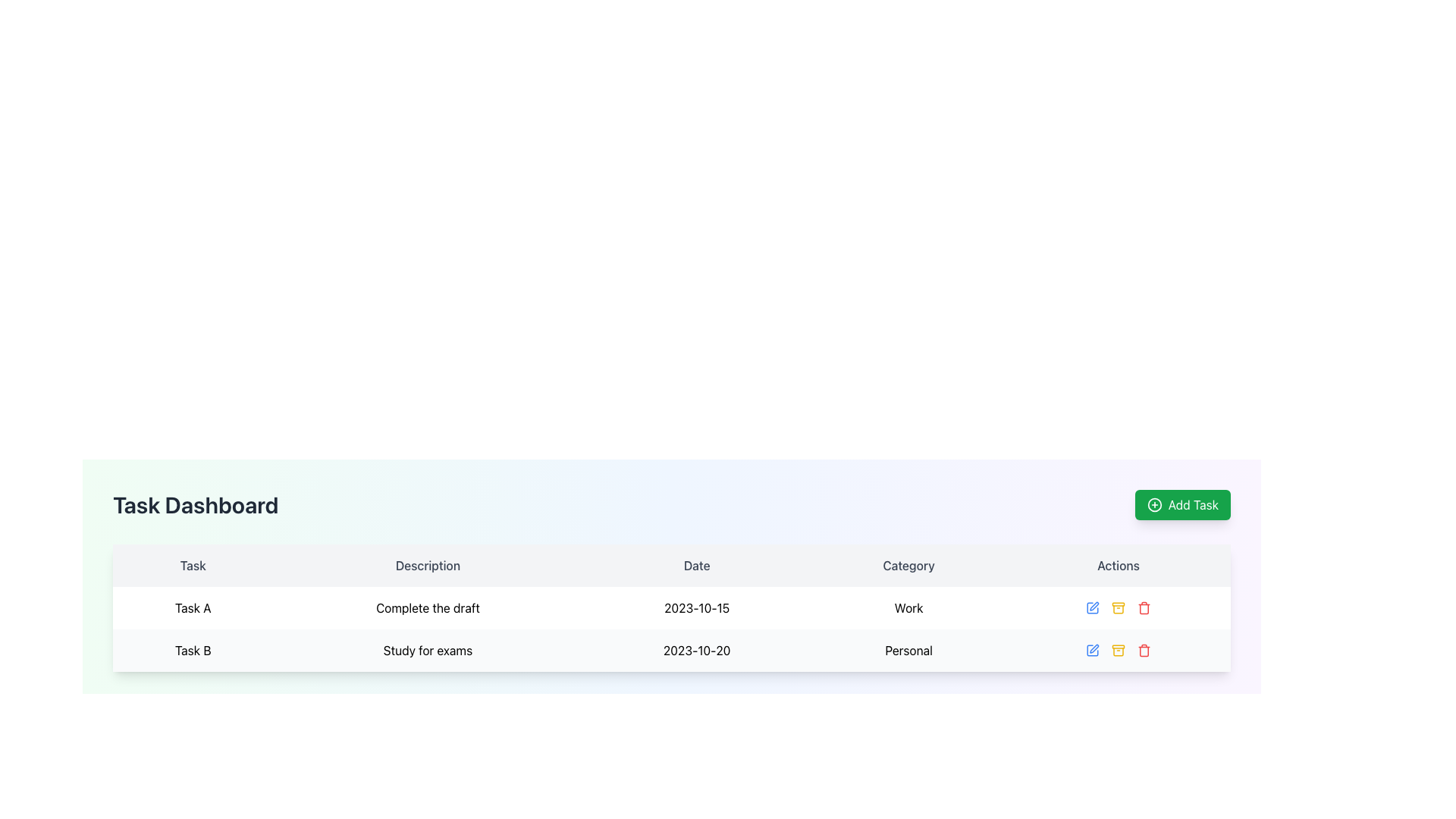 The height and width of the screenshot is (819, 1456). Describe the element at coordinates (696, 607) in the screenshot. I see `the date text label '2023-10-15' in the third cell of the 'Date' column within the 'Task Dashboard' interface` at that location.